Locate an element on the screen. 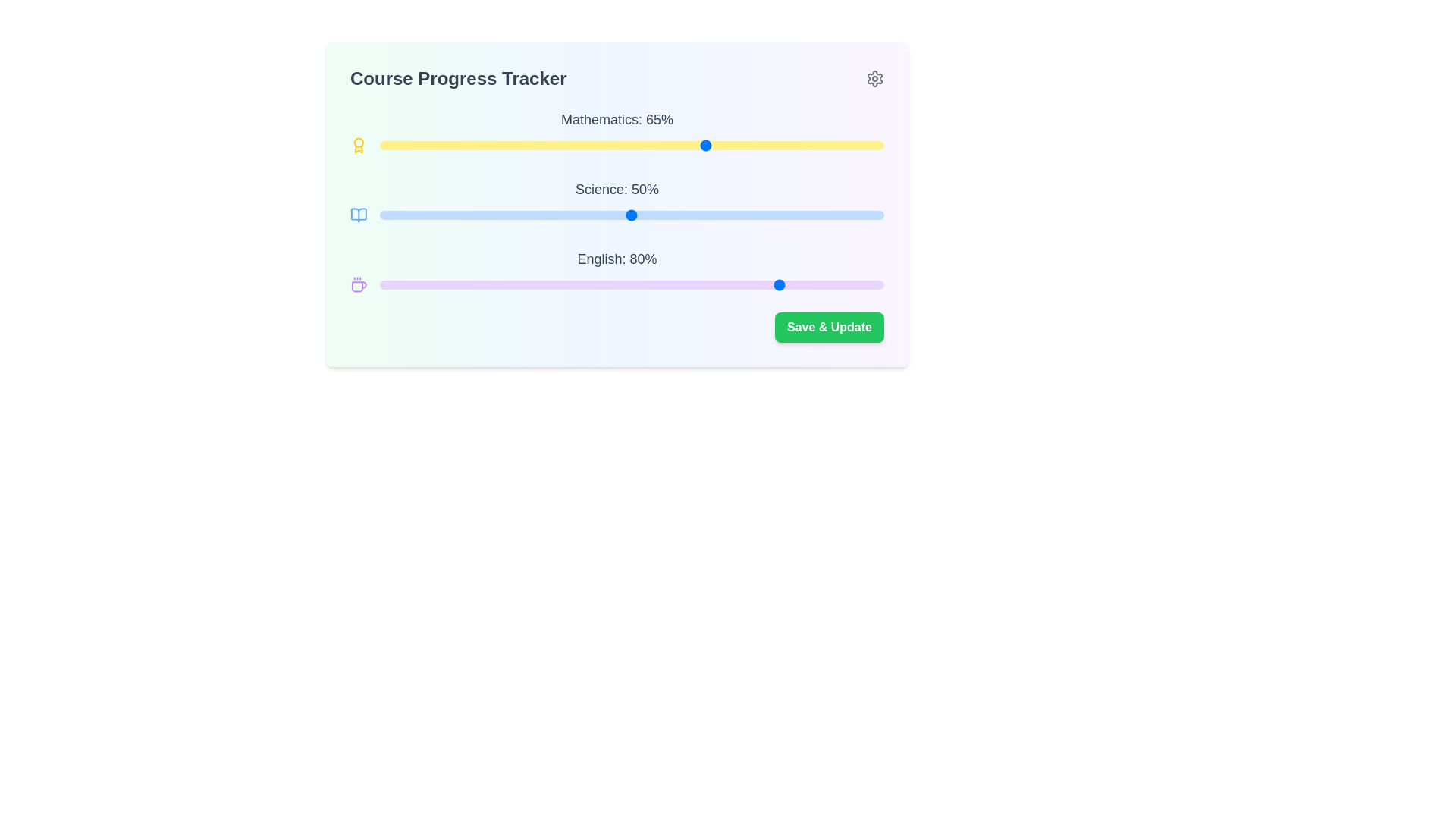 This screenshot has width=1456, height=819. the mathematics progress slider is located at coordinates (404, 146).